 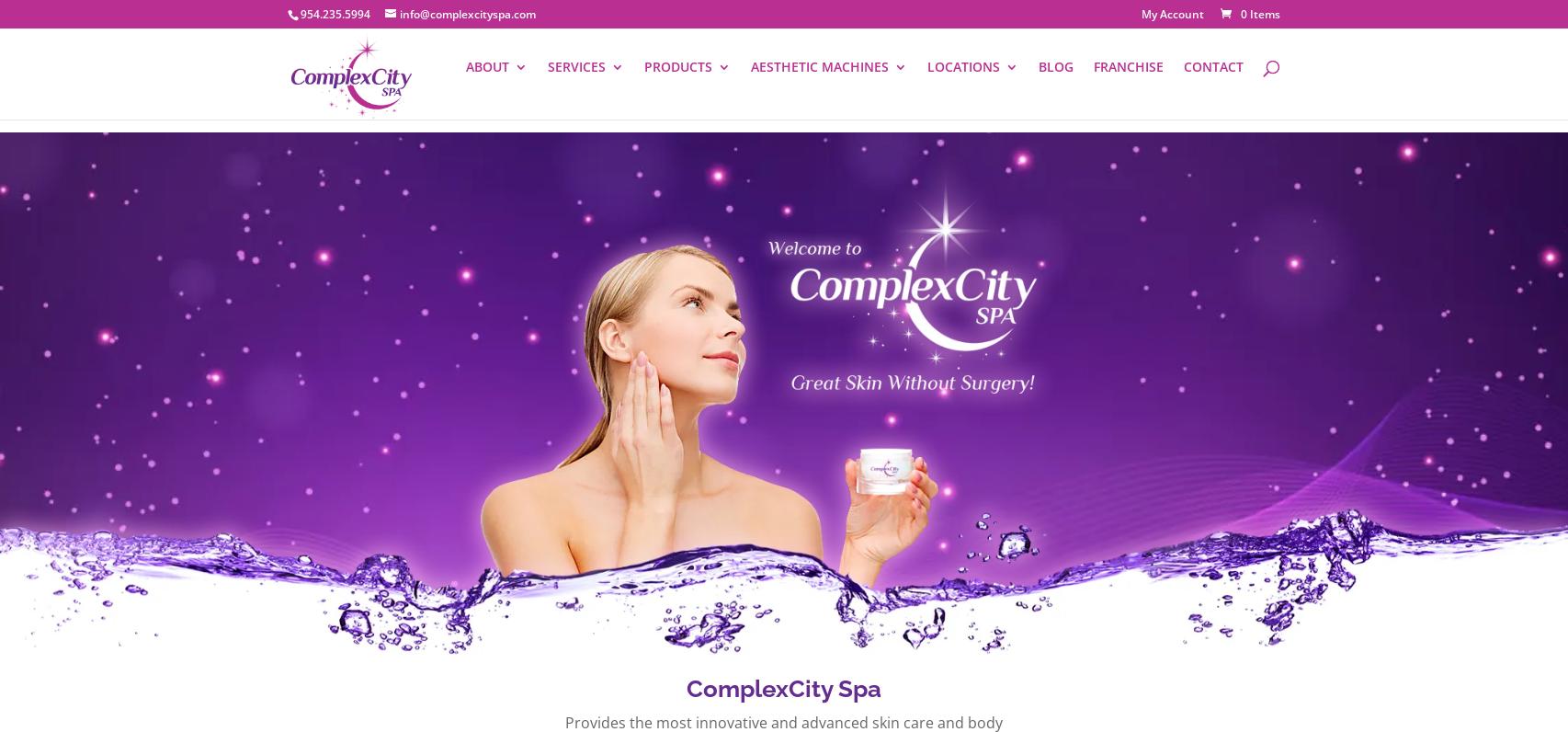 I want to click on 'SKIN CARE & FACIALS', so click(x=870, y=172).